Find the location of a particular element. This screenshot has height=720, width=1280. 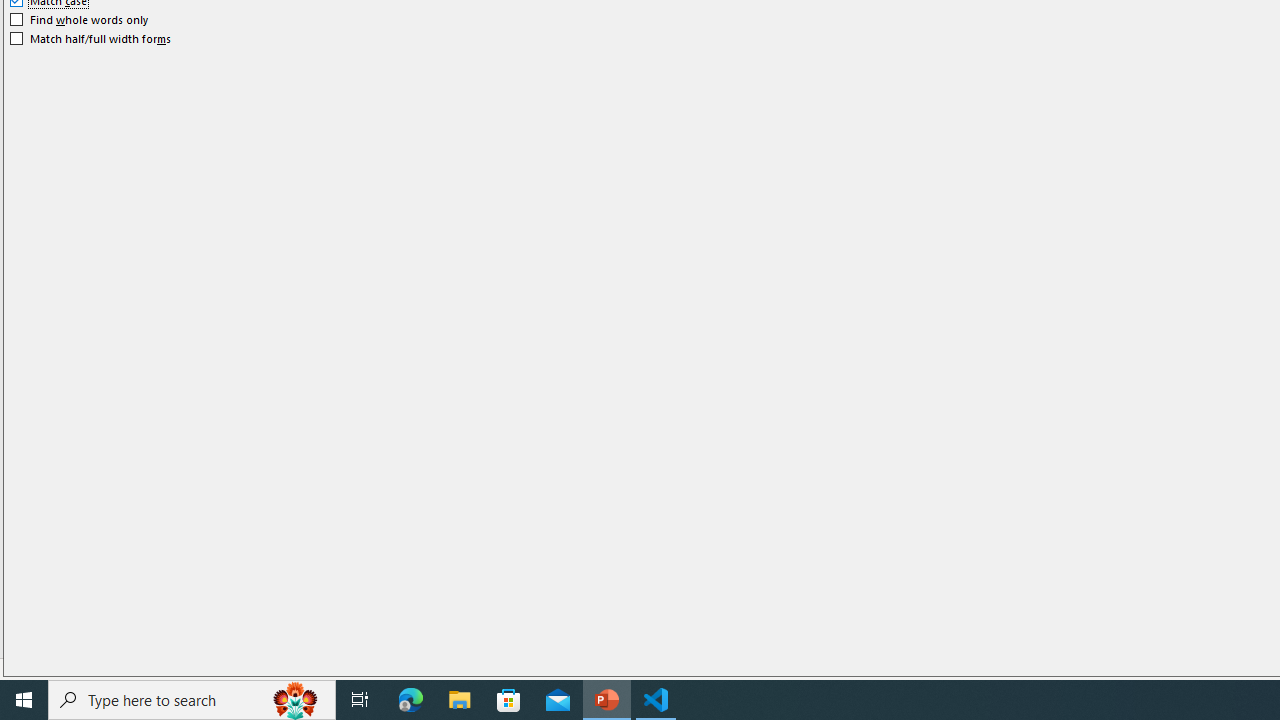

'Match half/full width forms' is located at coordinates (90, 38).